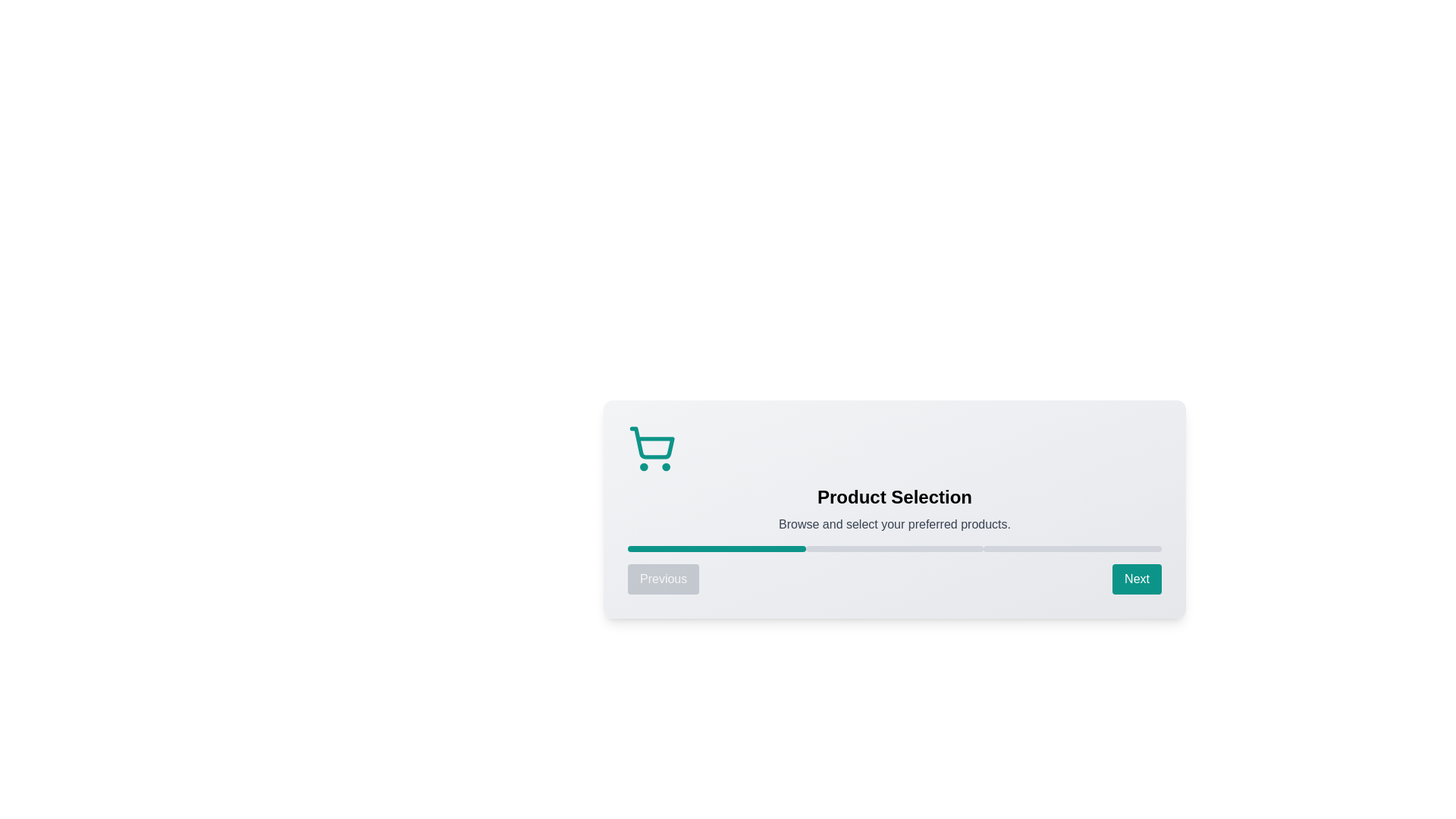 The width and height of the screenshot is (1456, 819). I want to click on the text 'Product Selection' to select it, so click(895, 497).